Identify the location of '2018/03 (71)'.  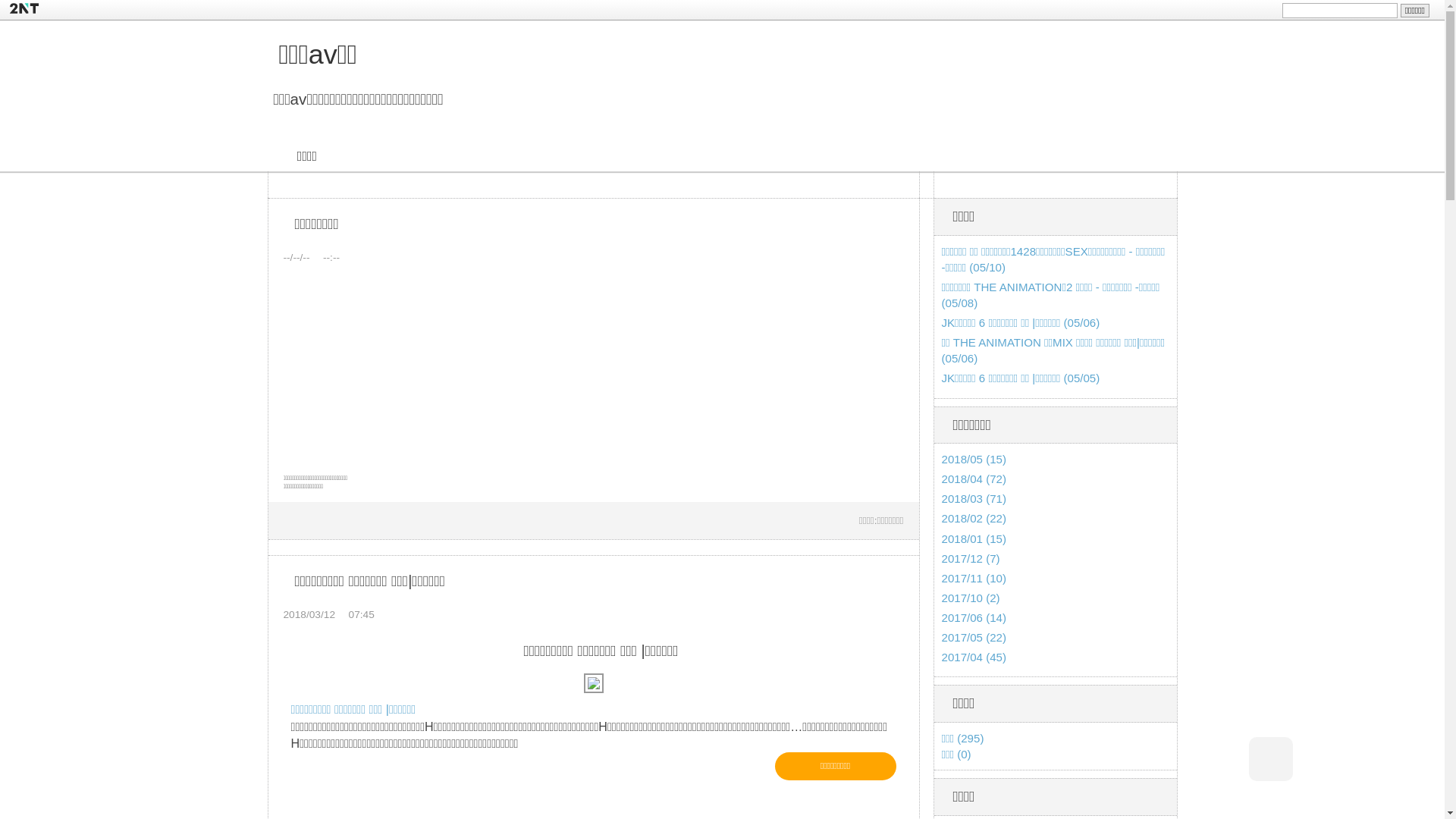
(941, 498).